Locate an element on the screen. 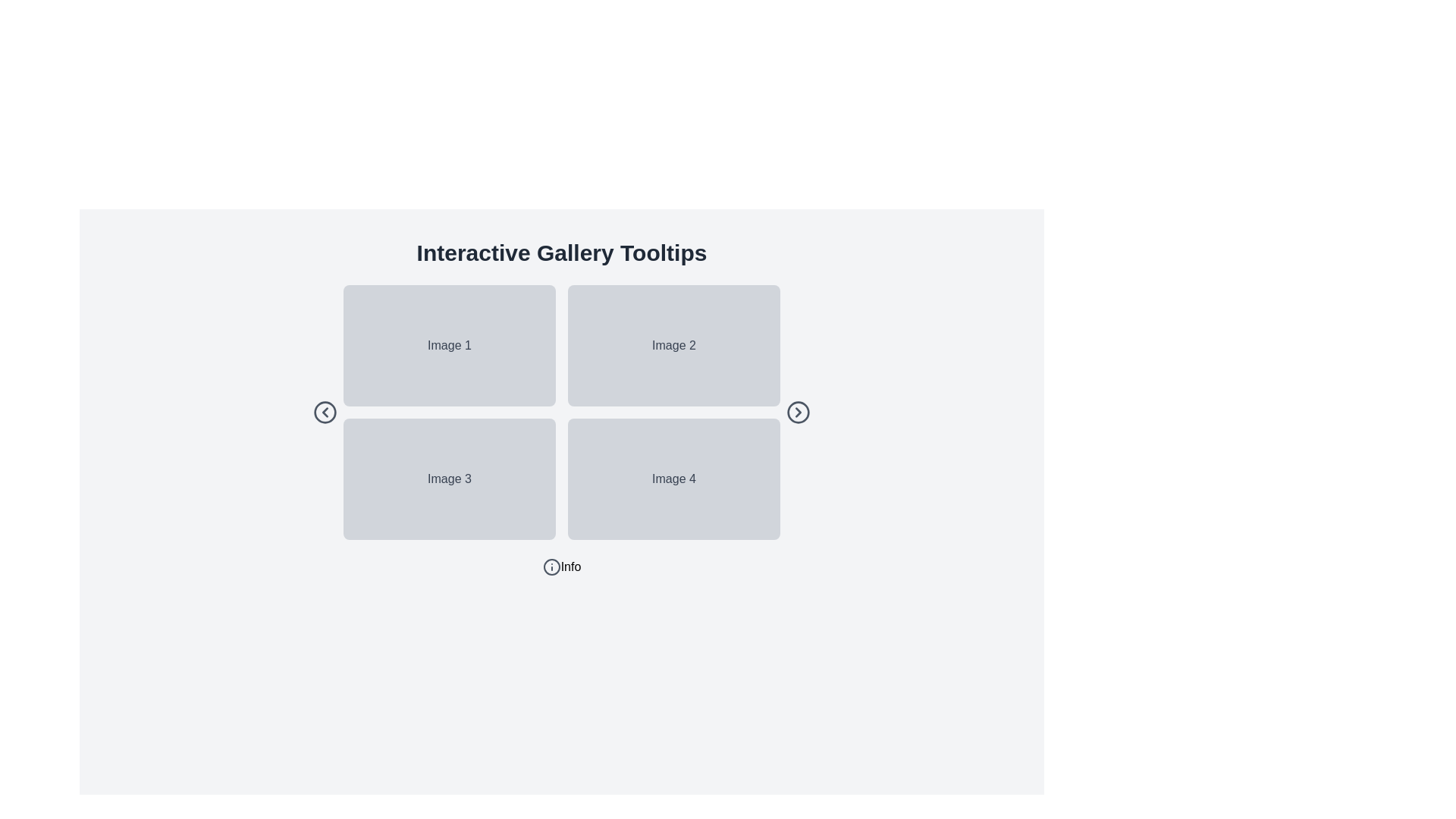  the text label displaying 'Image 1' which is styled with a medium gray font and is centered within a light gray background is located at coordinates (448, 345).